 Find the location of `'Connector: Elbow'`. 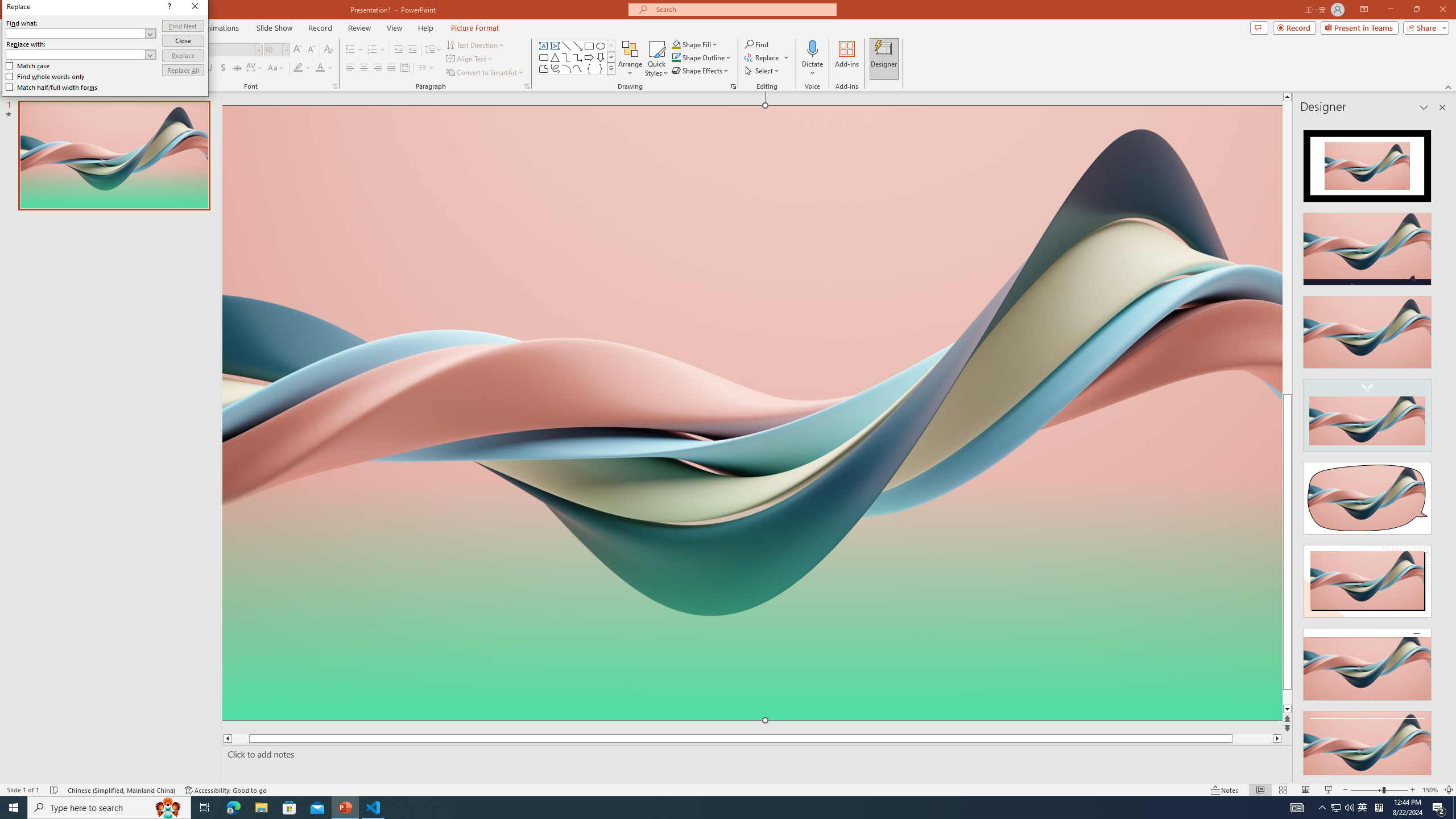

'Connector: Elbow' is located at coordinates (565, 56).